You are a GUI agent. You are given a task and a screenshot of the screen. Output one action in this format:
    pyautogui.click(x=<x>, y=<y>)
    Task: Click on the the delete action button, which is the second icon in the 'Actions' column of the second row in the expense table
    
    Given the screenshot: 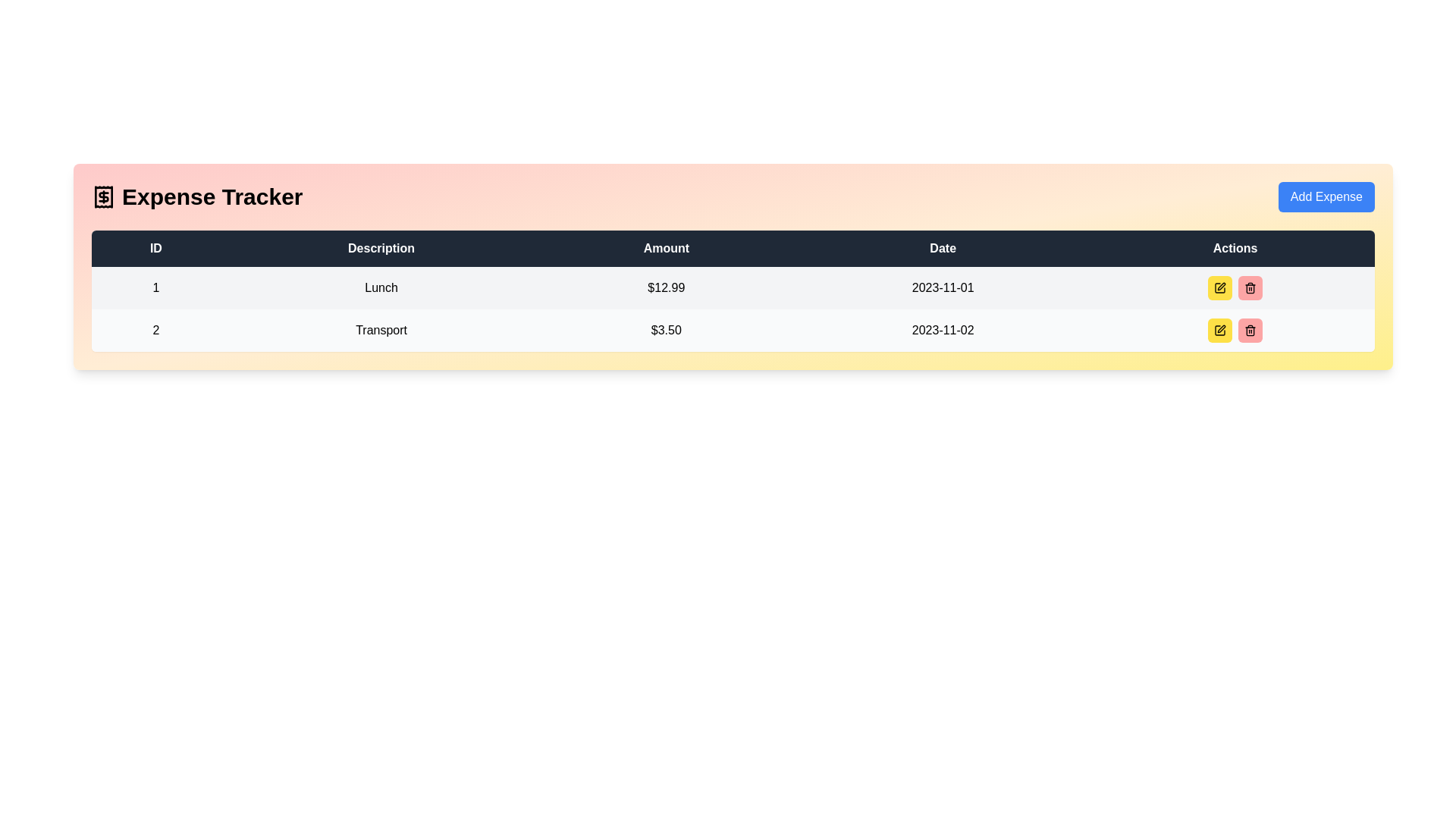 What is the action you would take?
    pyautogui.click(x=1250, y=289)
    